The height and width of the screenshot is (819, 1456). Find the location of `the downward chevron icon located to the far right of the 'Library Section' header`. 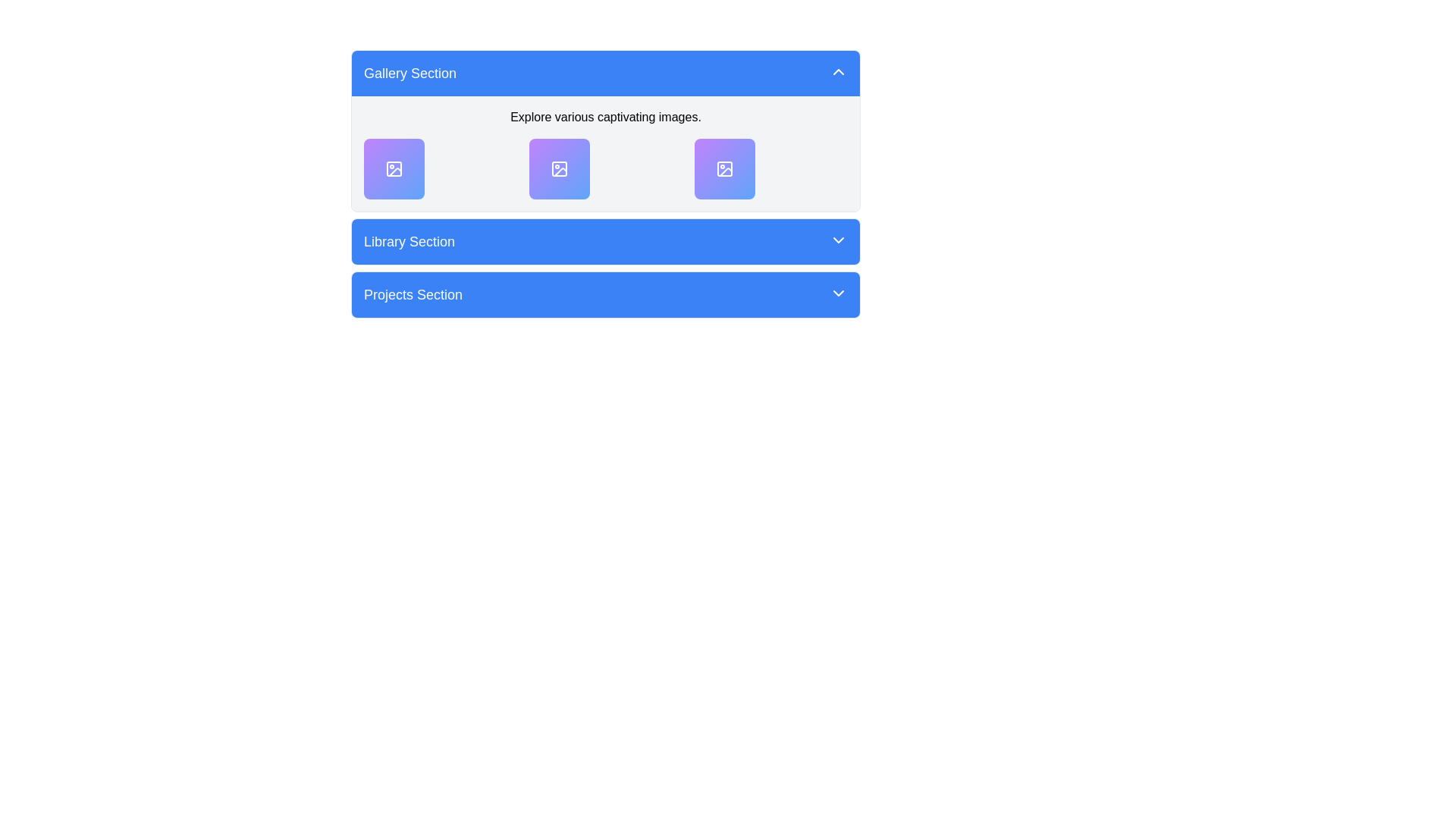

the downward chevron icon located to the far right of the 'Library Section' header is located at coordinates (837, 239).